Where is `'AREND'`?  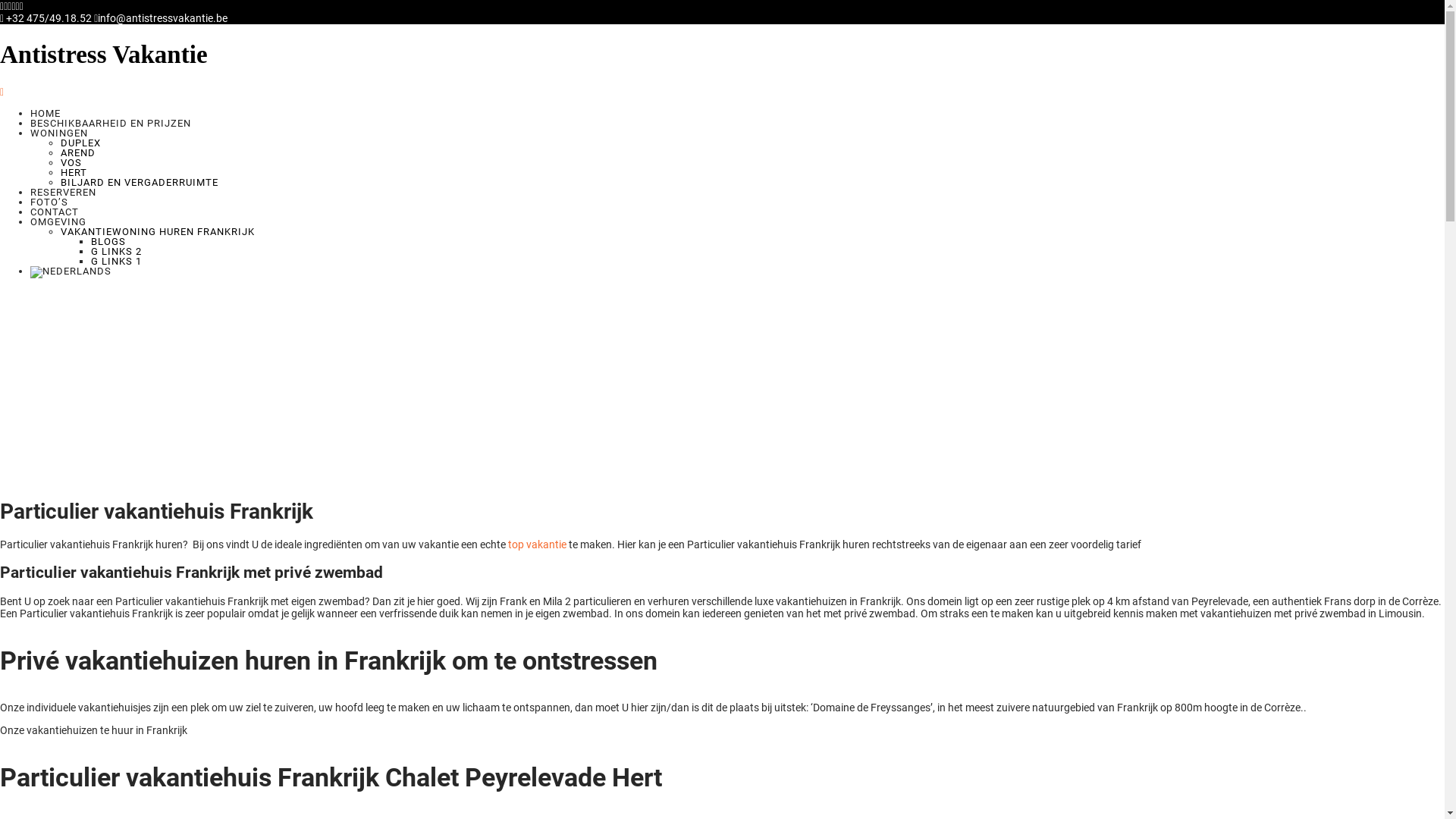
'AREND' is located at coordinates (77, 152).